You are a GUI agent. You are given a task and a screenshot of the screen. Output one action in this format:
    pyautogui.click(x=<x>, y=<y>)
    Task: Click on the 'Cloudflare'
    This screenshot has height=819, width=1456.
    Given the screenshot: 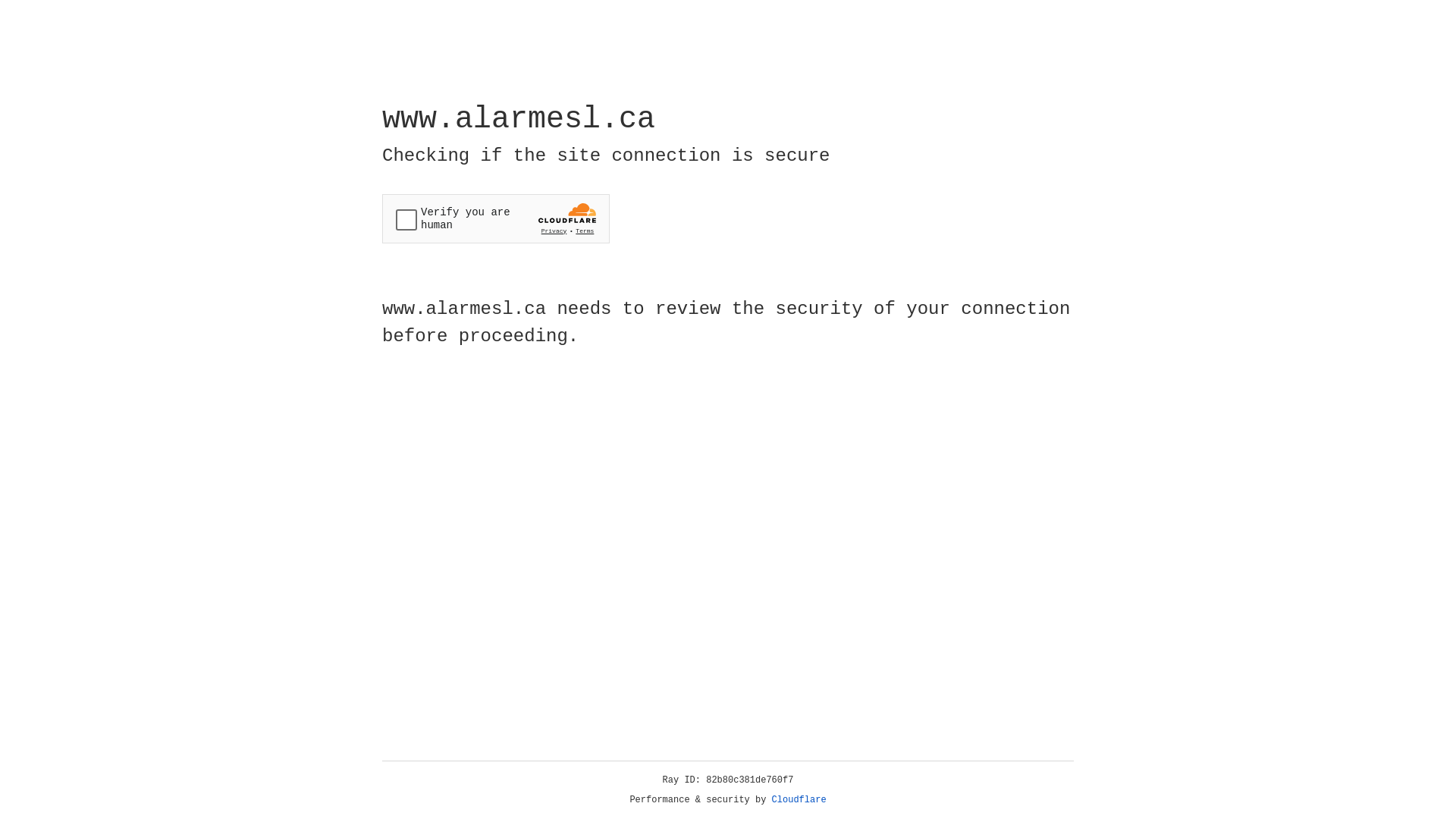 What is the action you would take?
    pyautogui.click(x=771, y=799)
    